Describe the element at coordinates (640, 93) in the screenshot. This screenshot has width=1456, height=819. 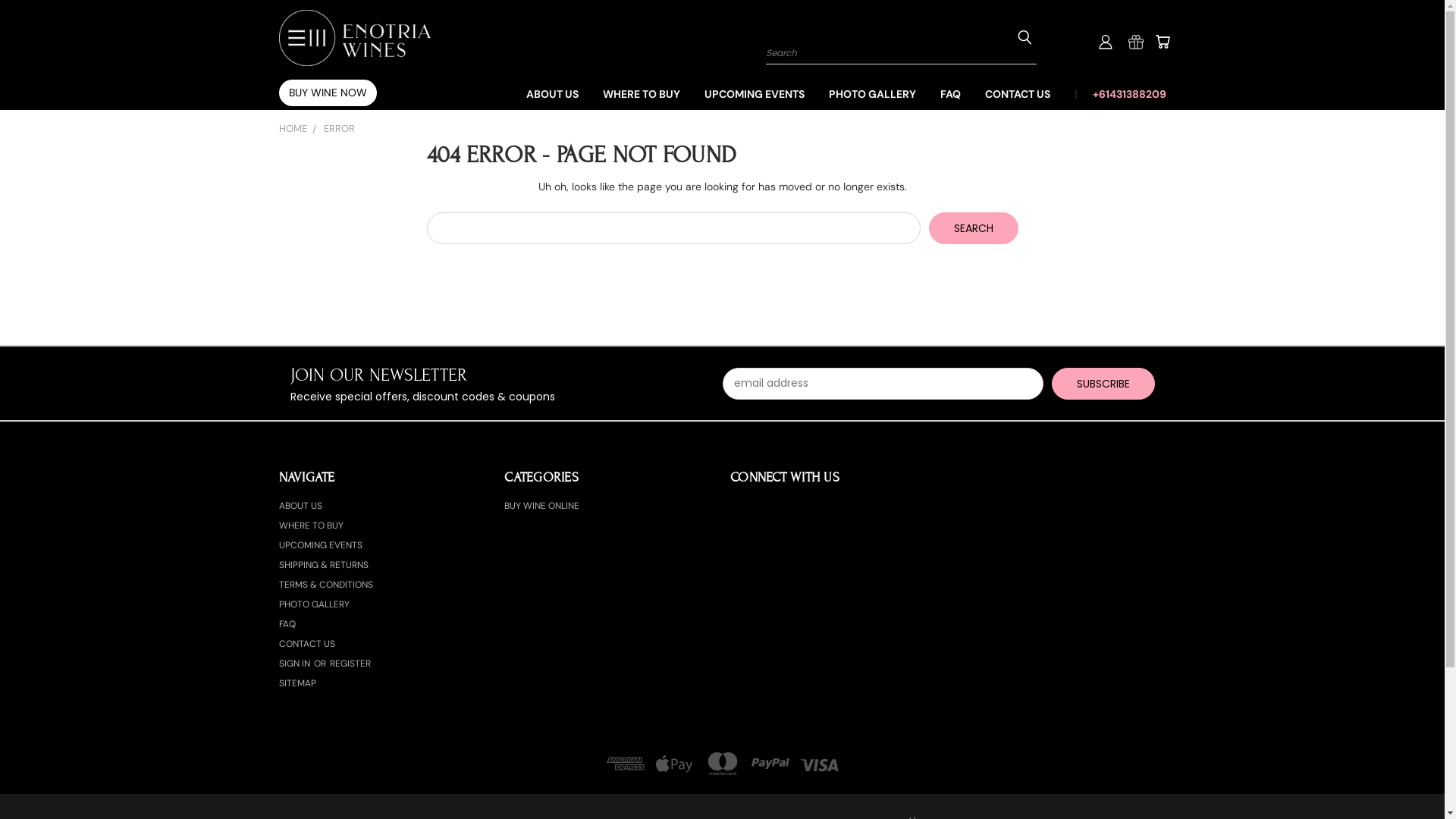
I see `'WHERE TO BUY'` at that location.